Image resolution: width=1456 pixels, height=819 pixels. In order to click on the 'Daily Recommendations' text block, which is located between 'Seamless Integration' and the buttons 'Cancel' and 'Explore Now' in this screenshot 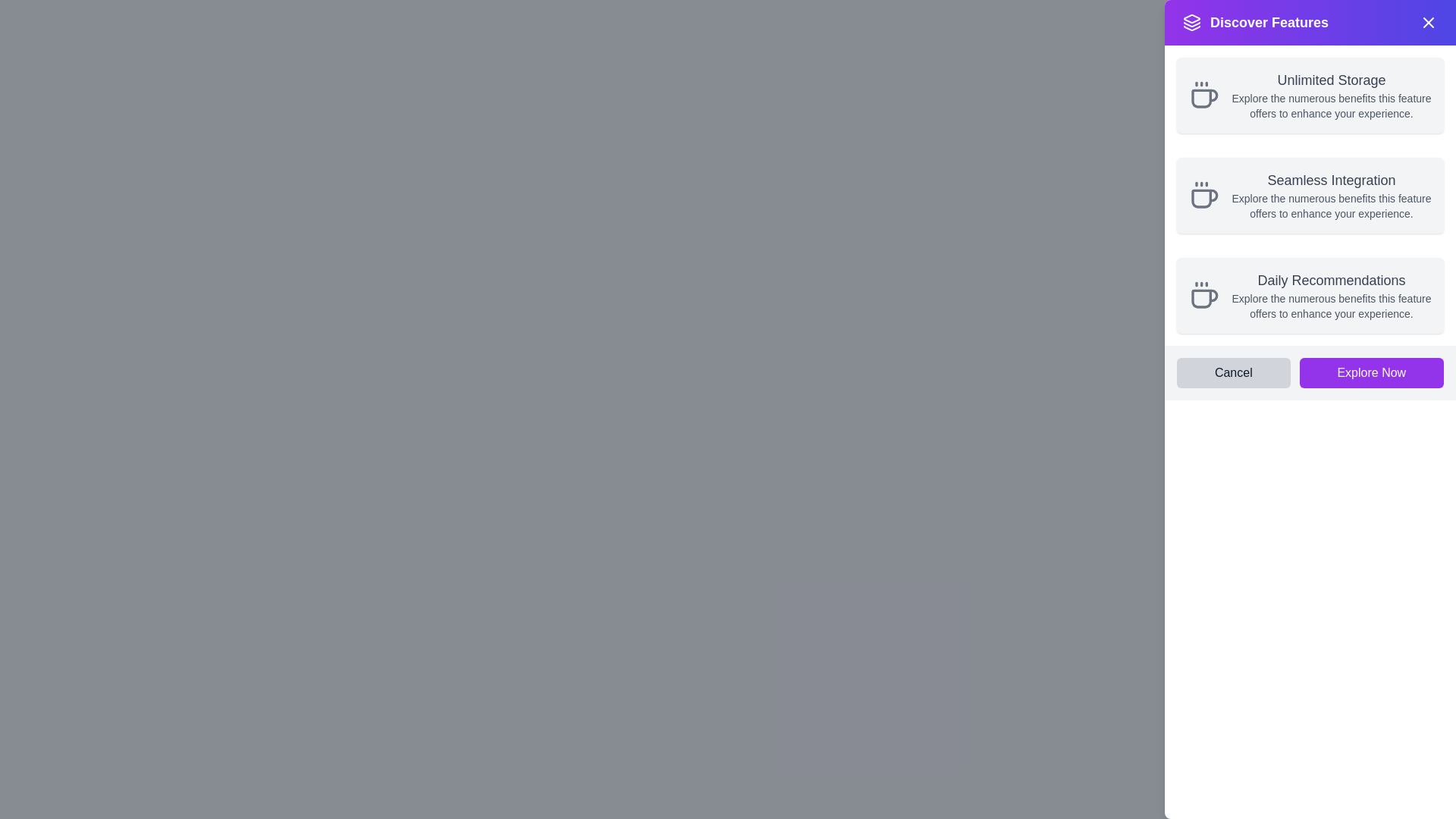, I will do `click(1331, 295)`.